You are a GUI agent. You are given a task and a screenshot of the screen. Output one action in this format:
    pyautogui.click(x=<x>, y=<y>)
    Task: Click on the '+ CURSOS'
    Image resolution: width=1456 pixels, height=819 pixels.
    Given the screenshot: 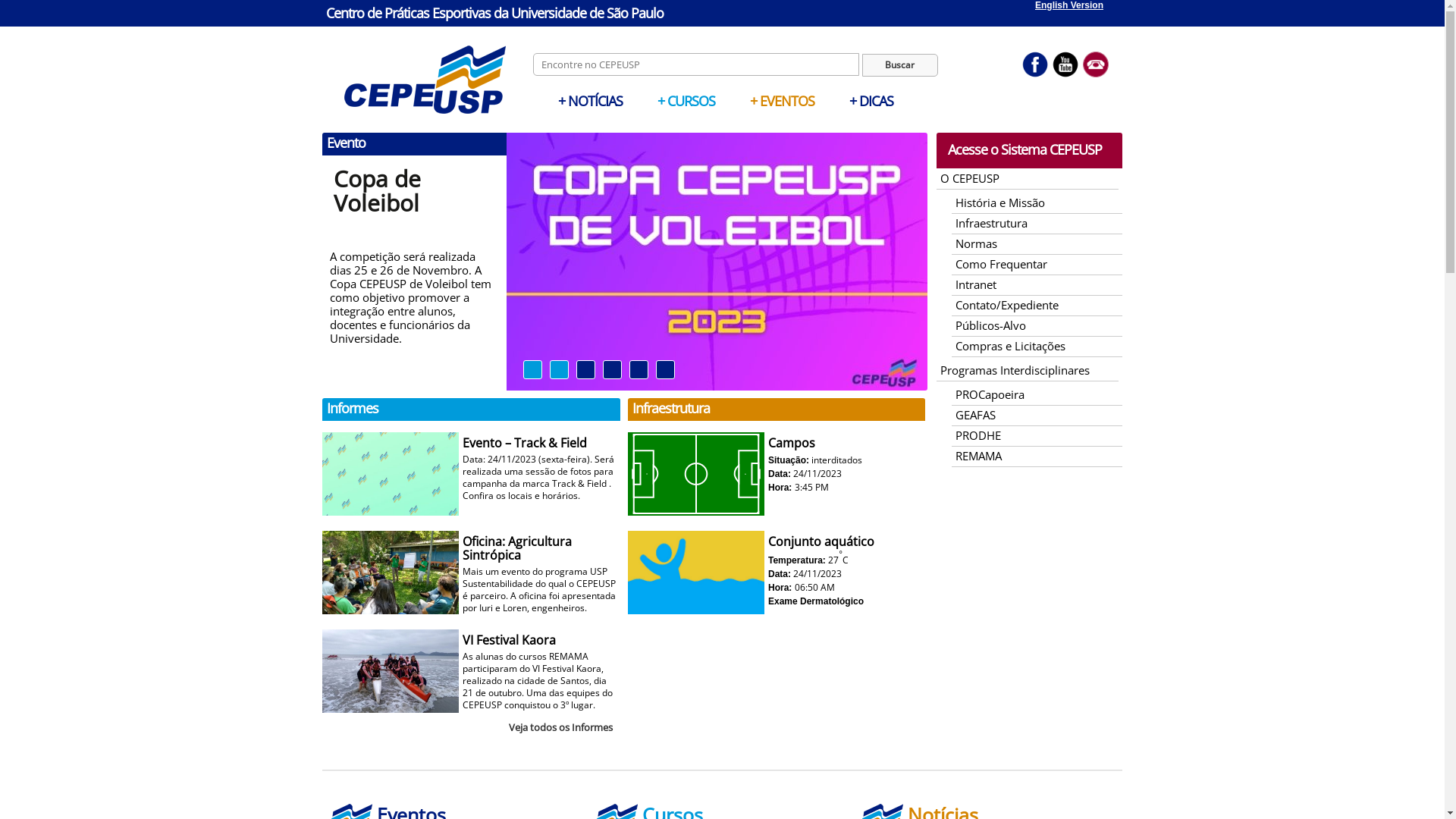 What is the action you would take?
    pyautogui.click(x=686, y=100)
    